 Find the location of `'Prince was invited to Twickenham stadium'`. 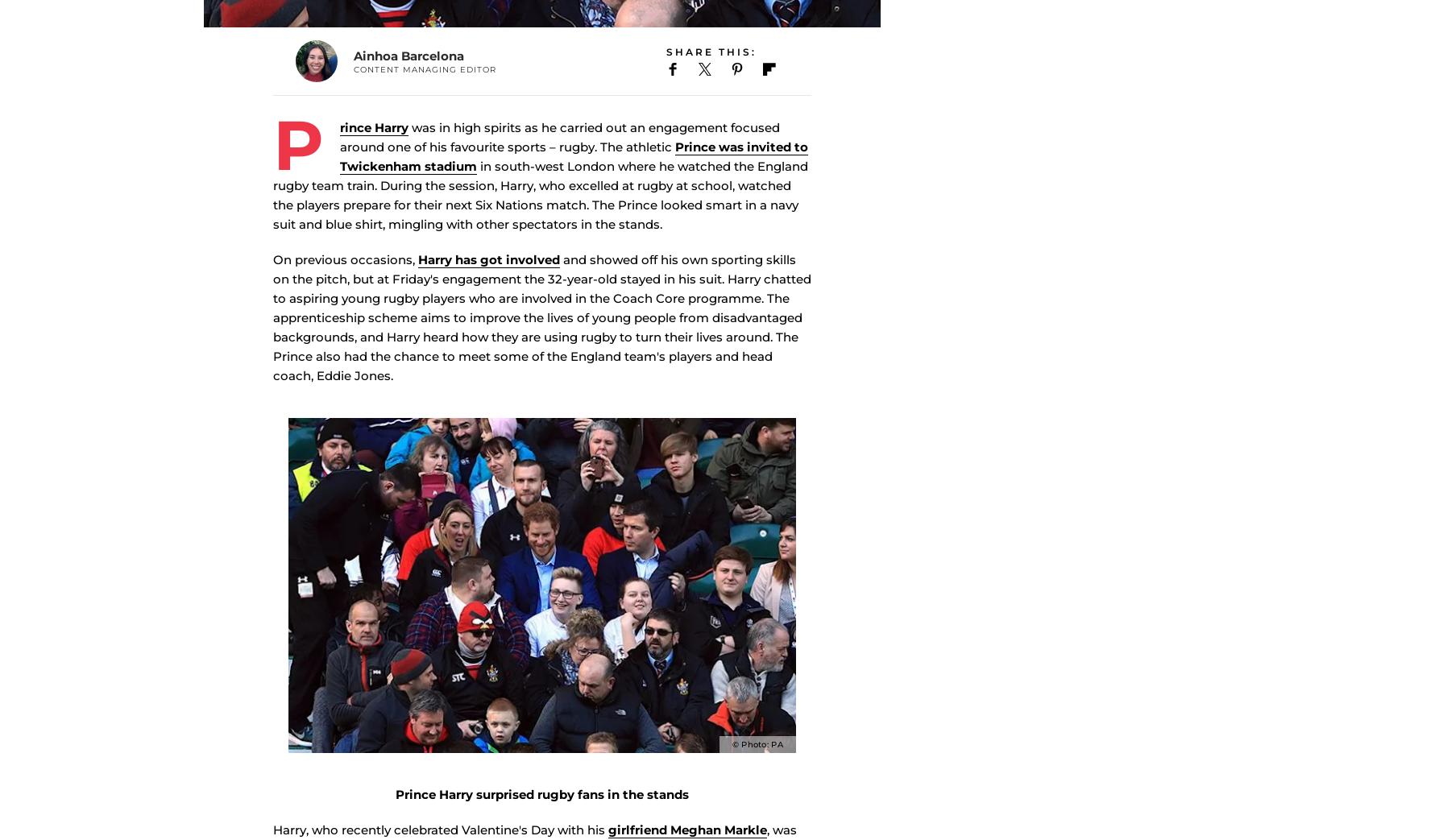

'Prince was invited to Twickenham stadium' is located at coordinates (574, 180).